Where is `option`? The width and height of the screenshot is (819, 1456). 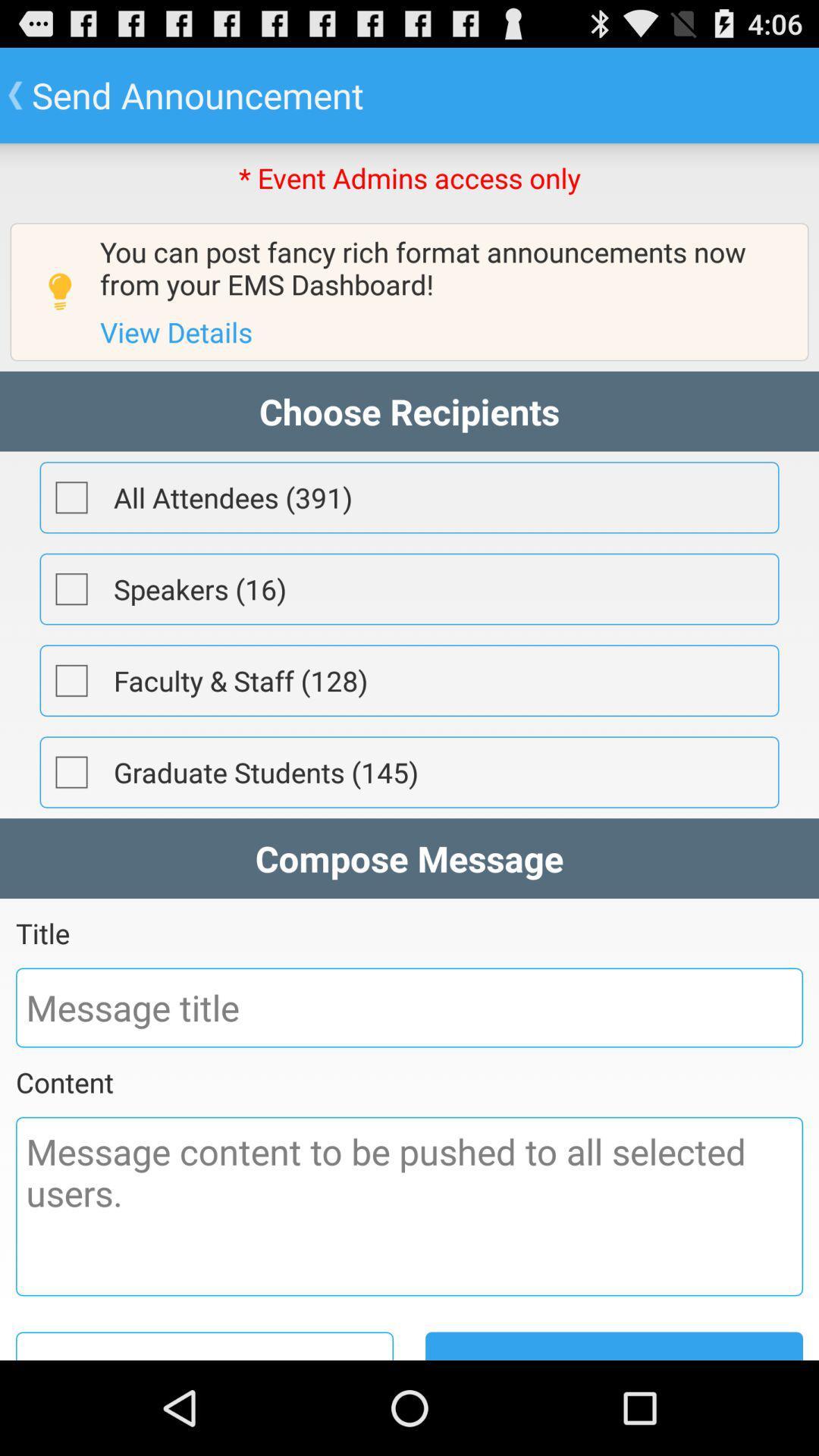 option is located at coordinates (71, 497).